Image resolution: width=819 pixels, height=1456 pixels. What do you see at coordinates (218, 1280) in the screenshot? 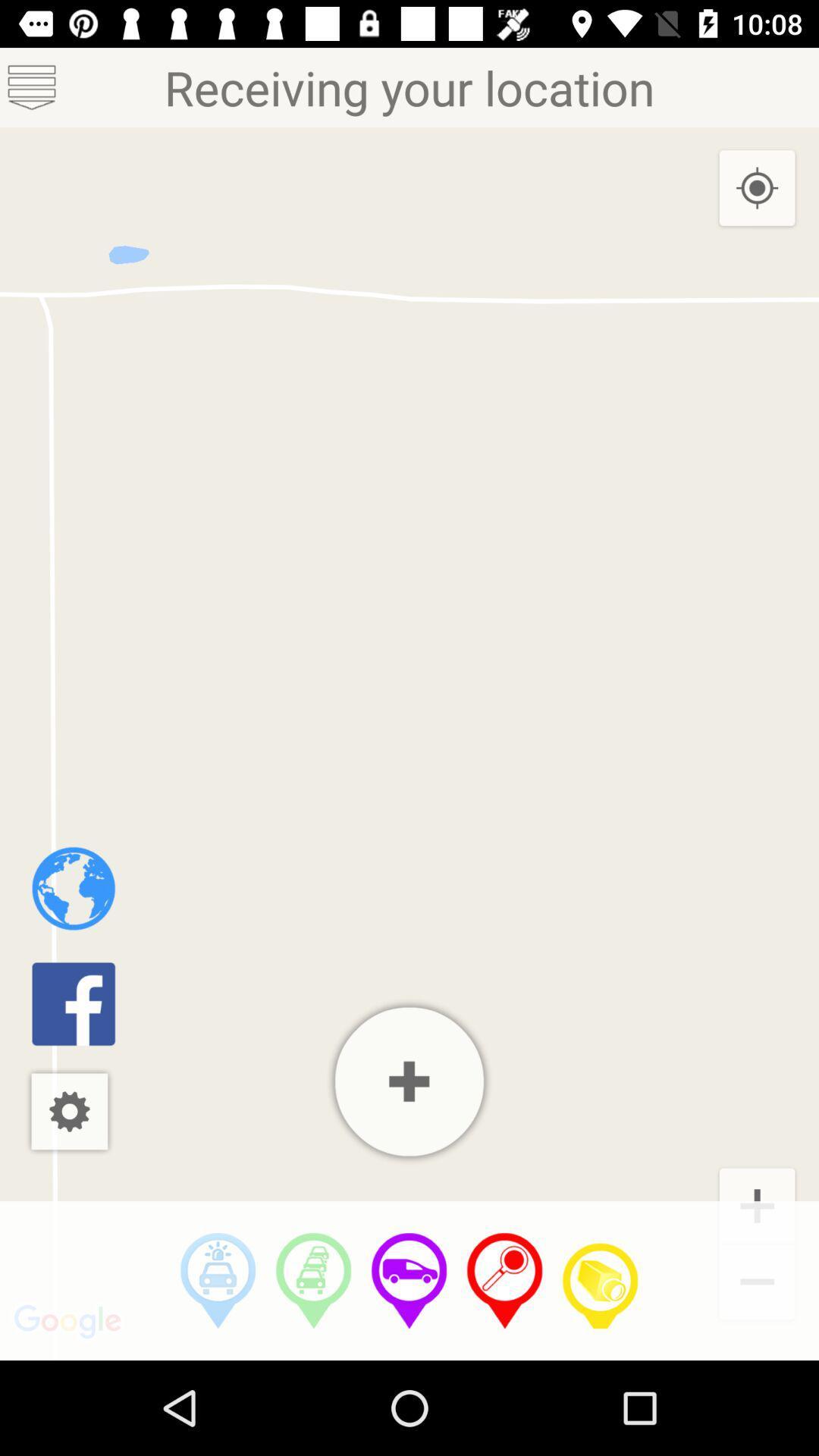
I see `services near here` at bounding box center [218, 1280].